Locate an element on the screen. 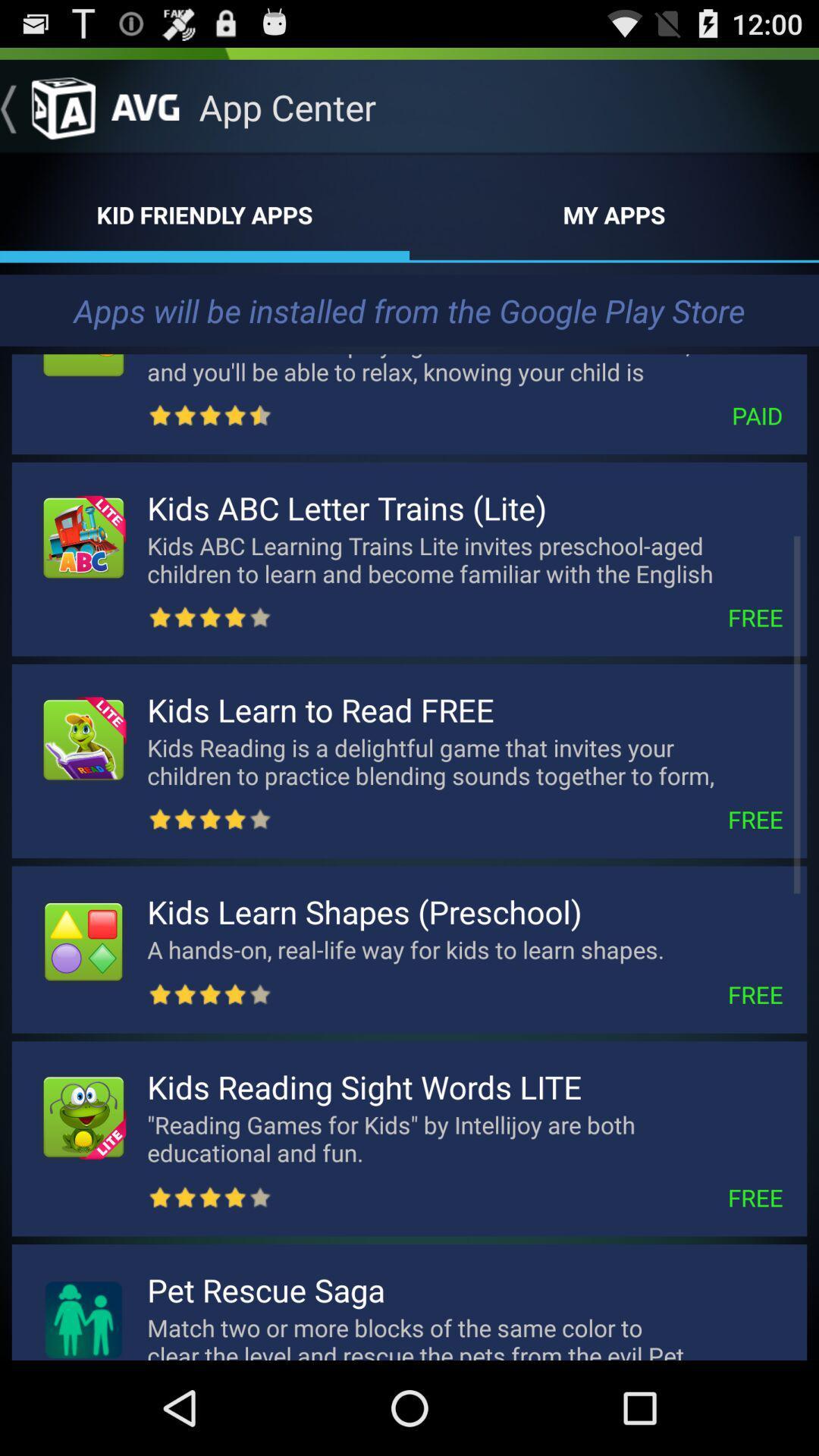 Image resolution: width=819 pixels, height=1456 pixels. reading games for item is located at coordinates (464, 1138).